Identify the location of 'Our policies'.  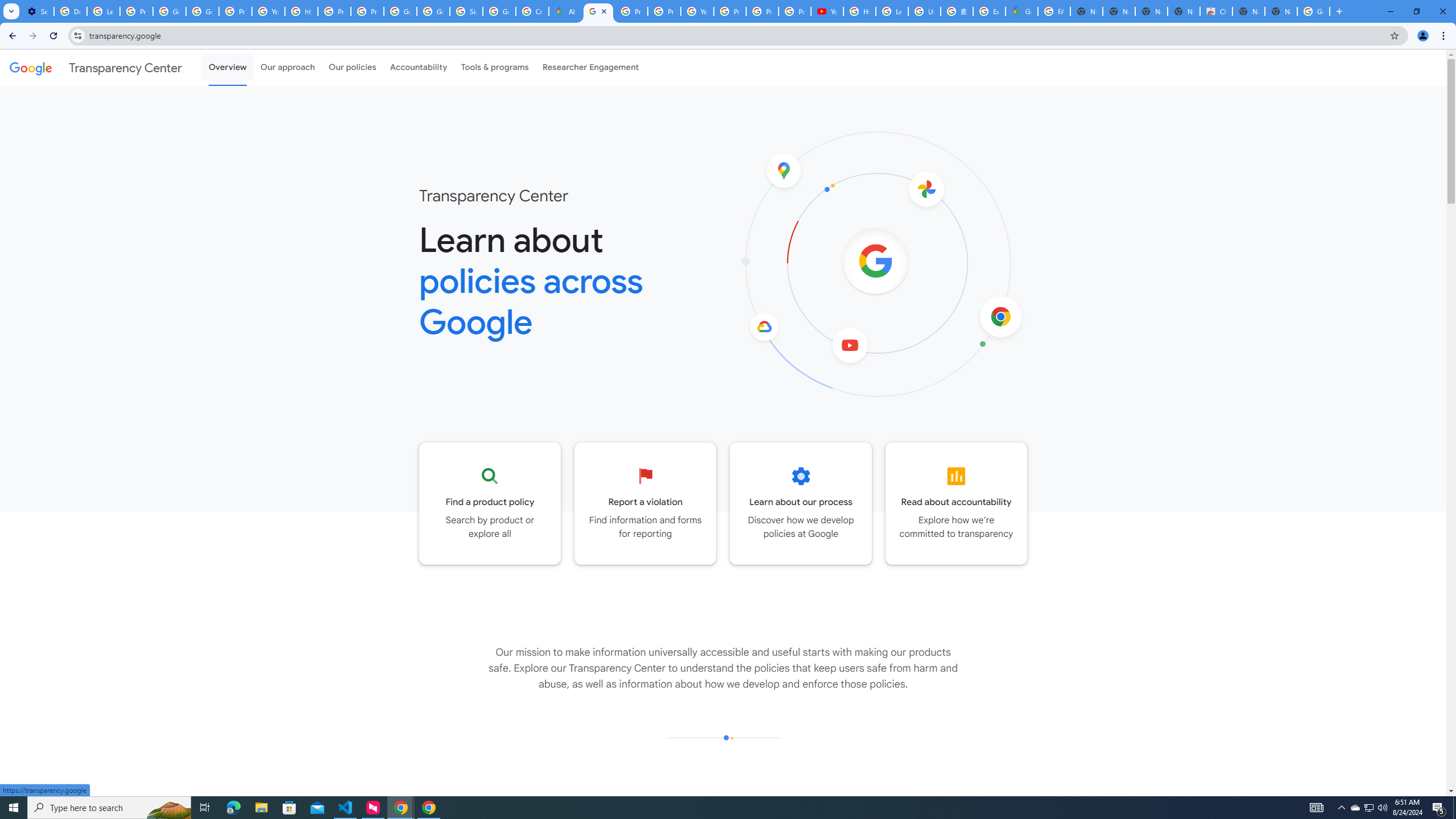
(352, 67).